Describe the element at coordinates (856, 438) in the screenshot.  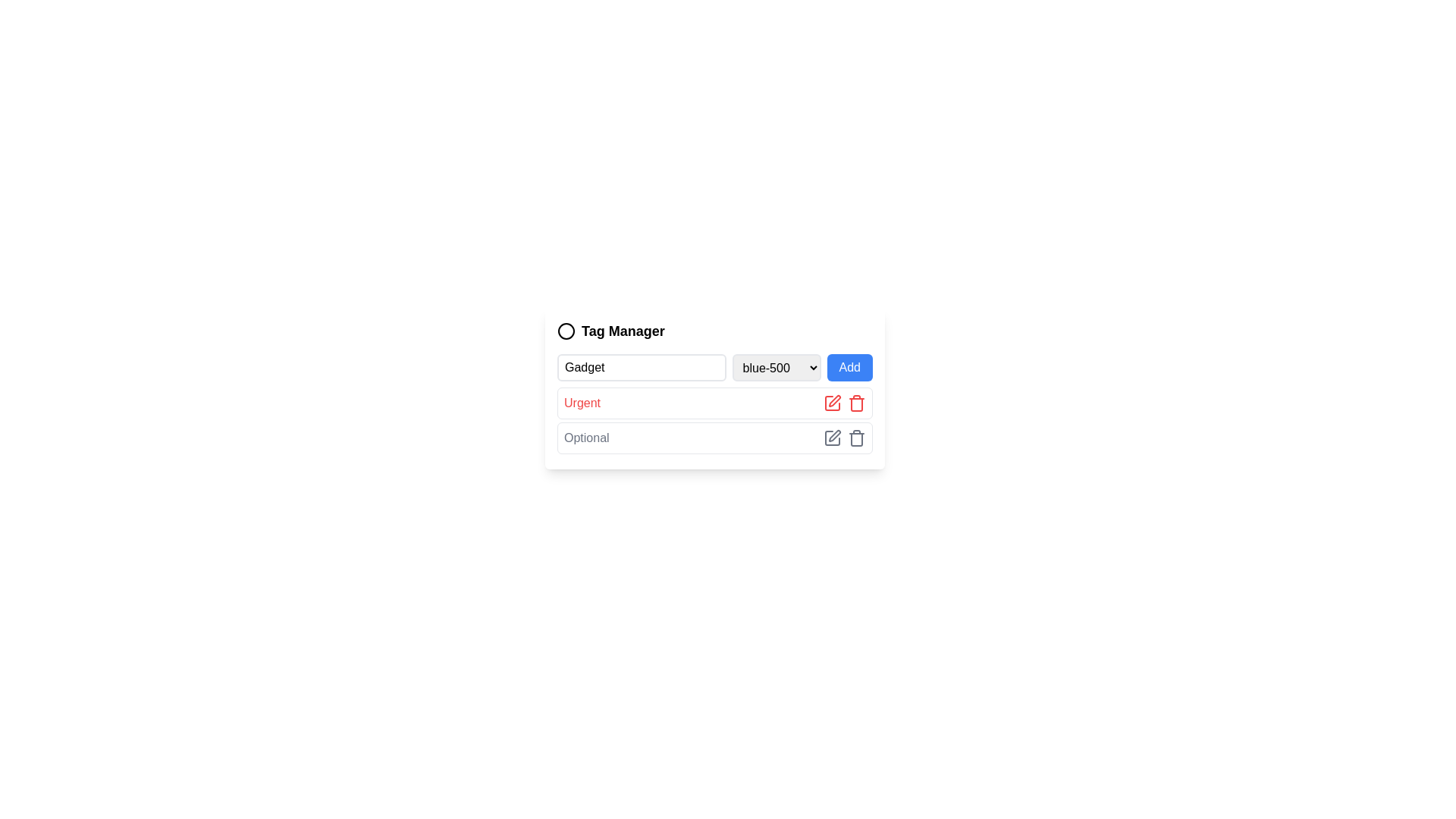
I see `the trash icon button located at the far right of the 'Optional' row` at that location.